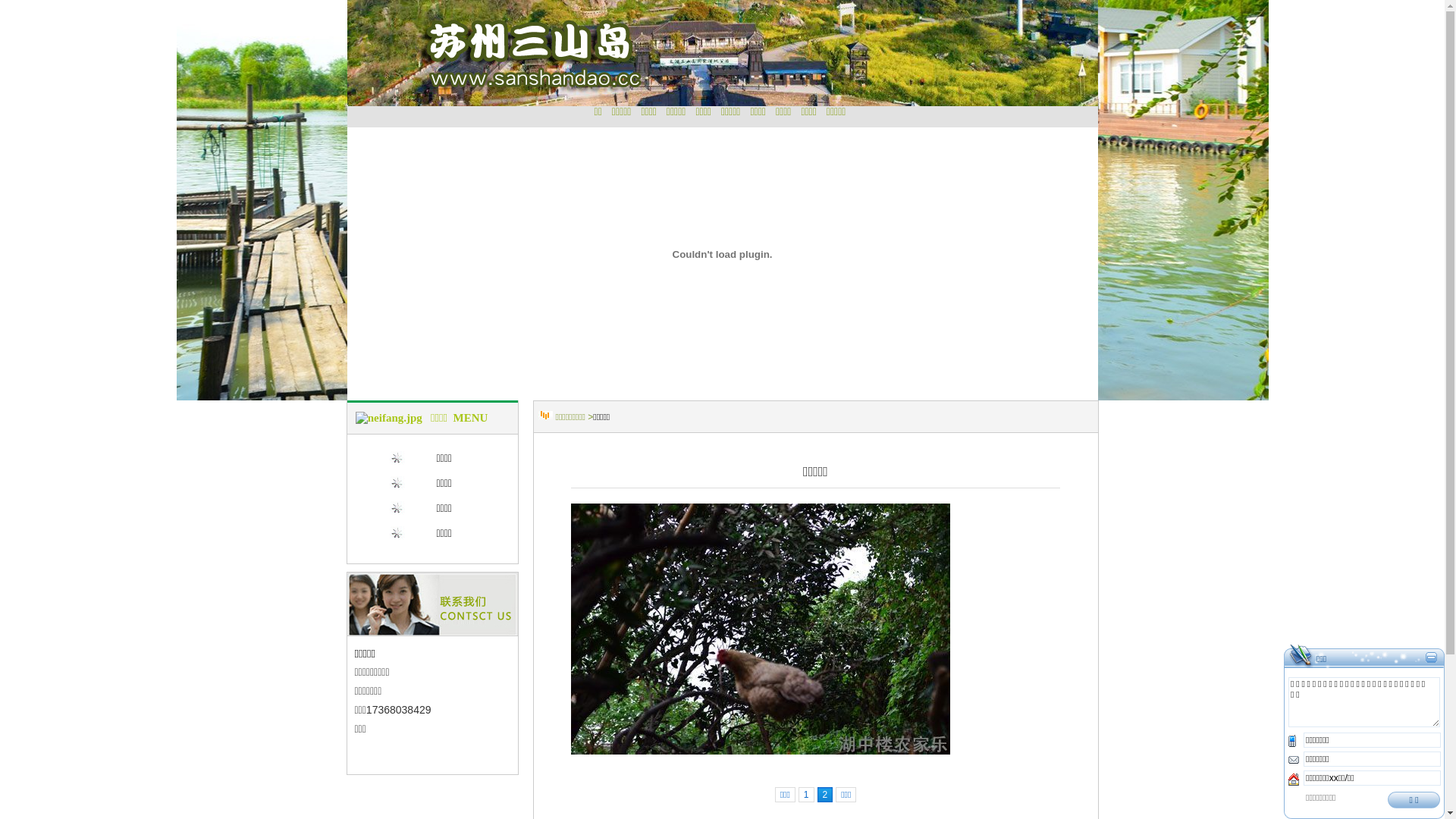  I want to click on '1', so click(797, 794).